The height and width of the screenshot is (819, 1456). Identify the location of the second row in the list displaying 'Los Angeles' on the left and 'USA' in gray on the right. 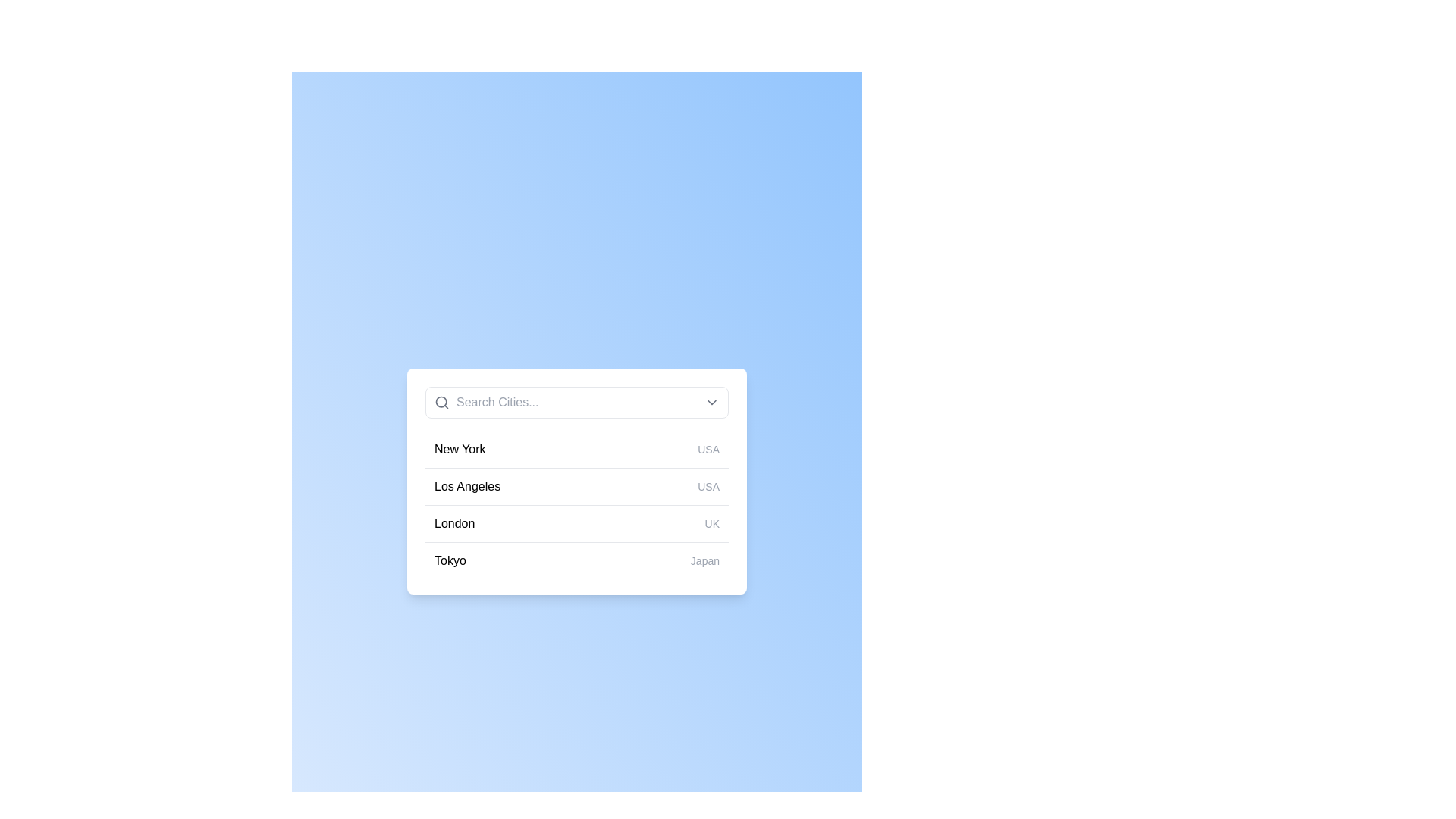
(576, 485).